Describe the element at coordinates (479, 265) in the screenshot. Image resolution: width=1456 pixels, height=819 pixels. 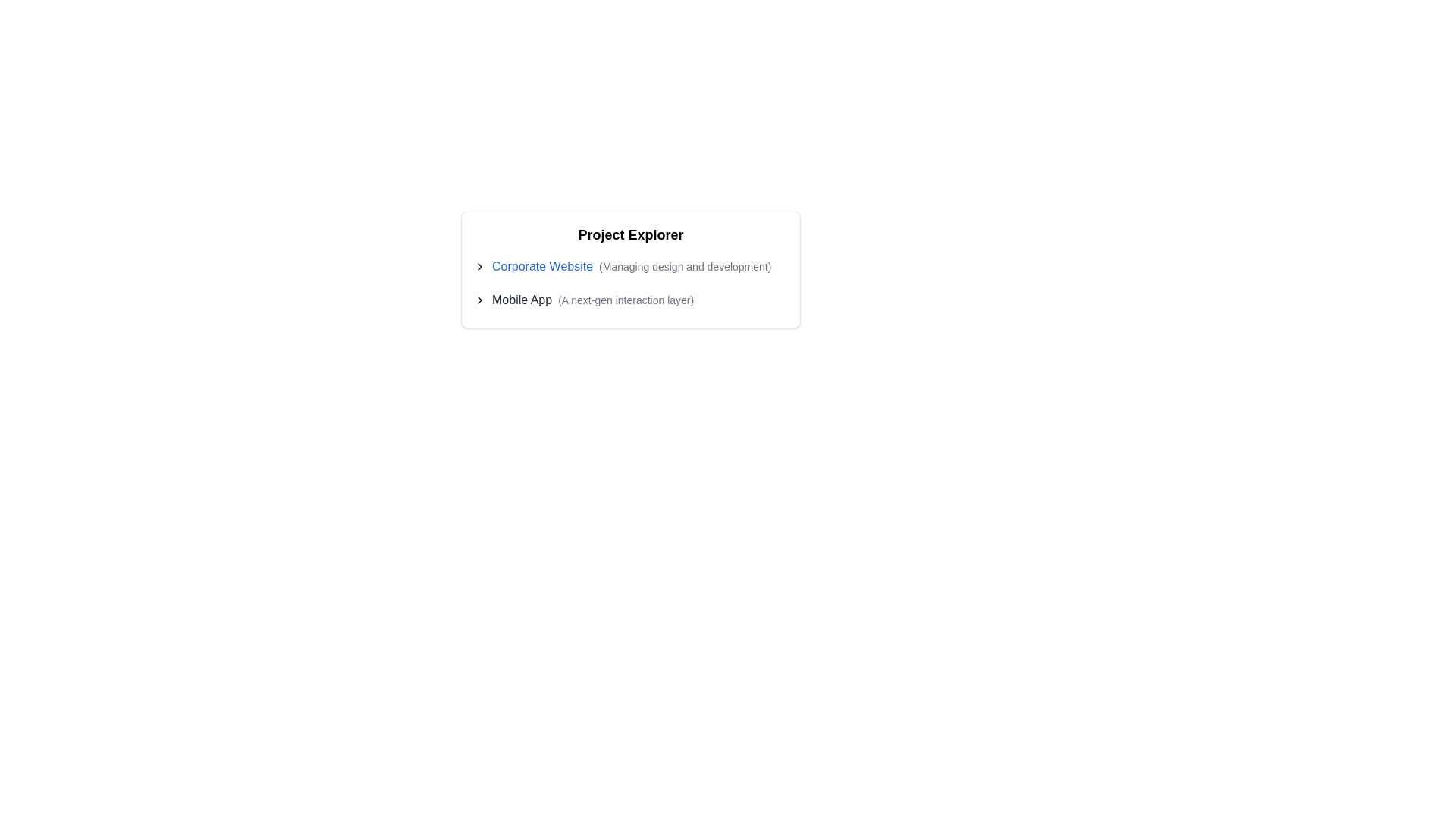
I see `the chevron-shaped navigation icon located in the row labeled 'Corporate Website.'` at that location.